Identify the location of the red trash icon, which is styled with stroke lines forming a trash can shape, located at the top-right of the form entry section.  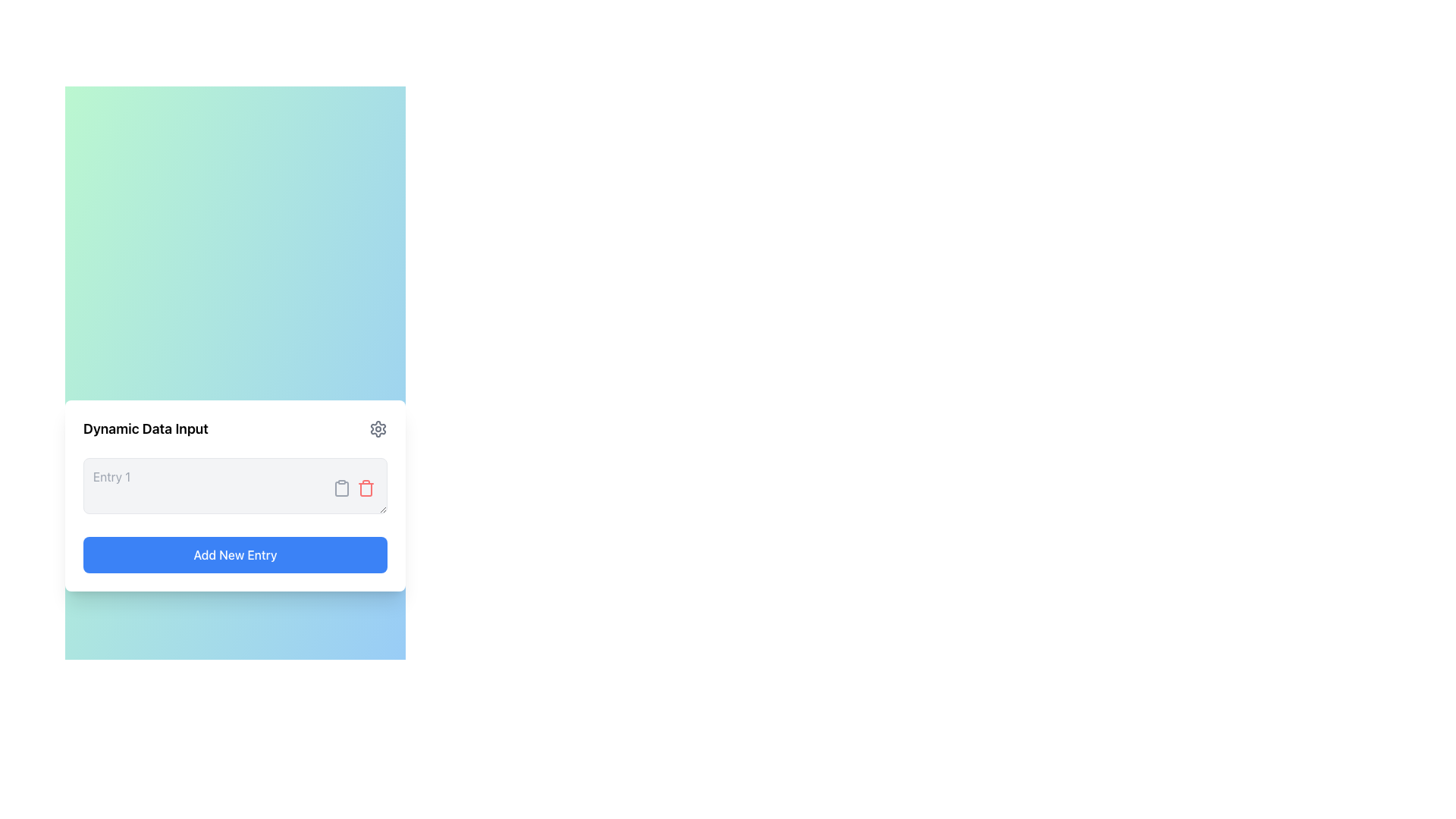
(366, 488).